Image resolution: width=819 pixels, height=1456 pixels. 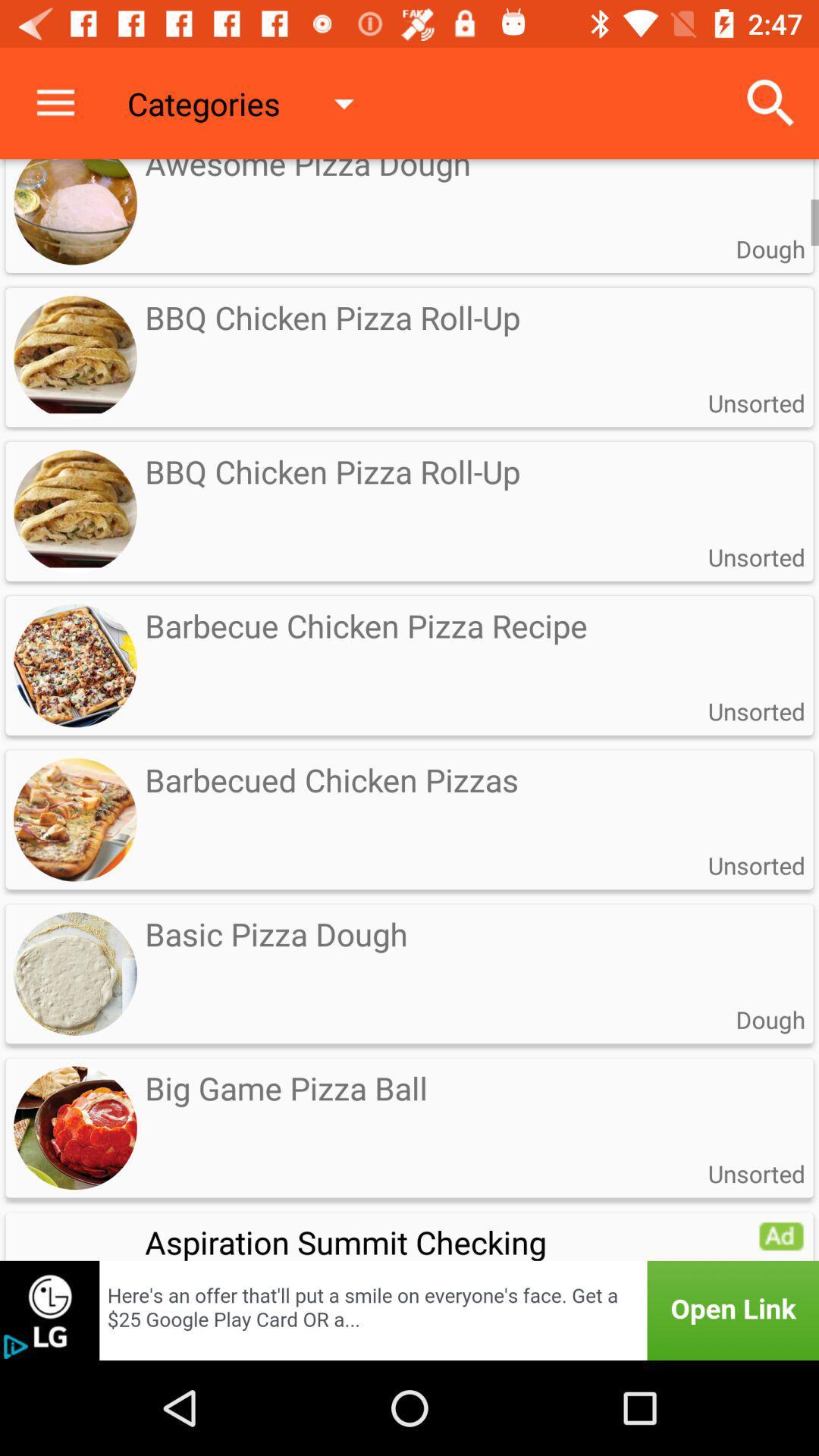 What do you see at coordinates (781, 1235) in the screenshot?
I see `advertisement` at bounding box center [781, 1235].